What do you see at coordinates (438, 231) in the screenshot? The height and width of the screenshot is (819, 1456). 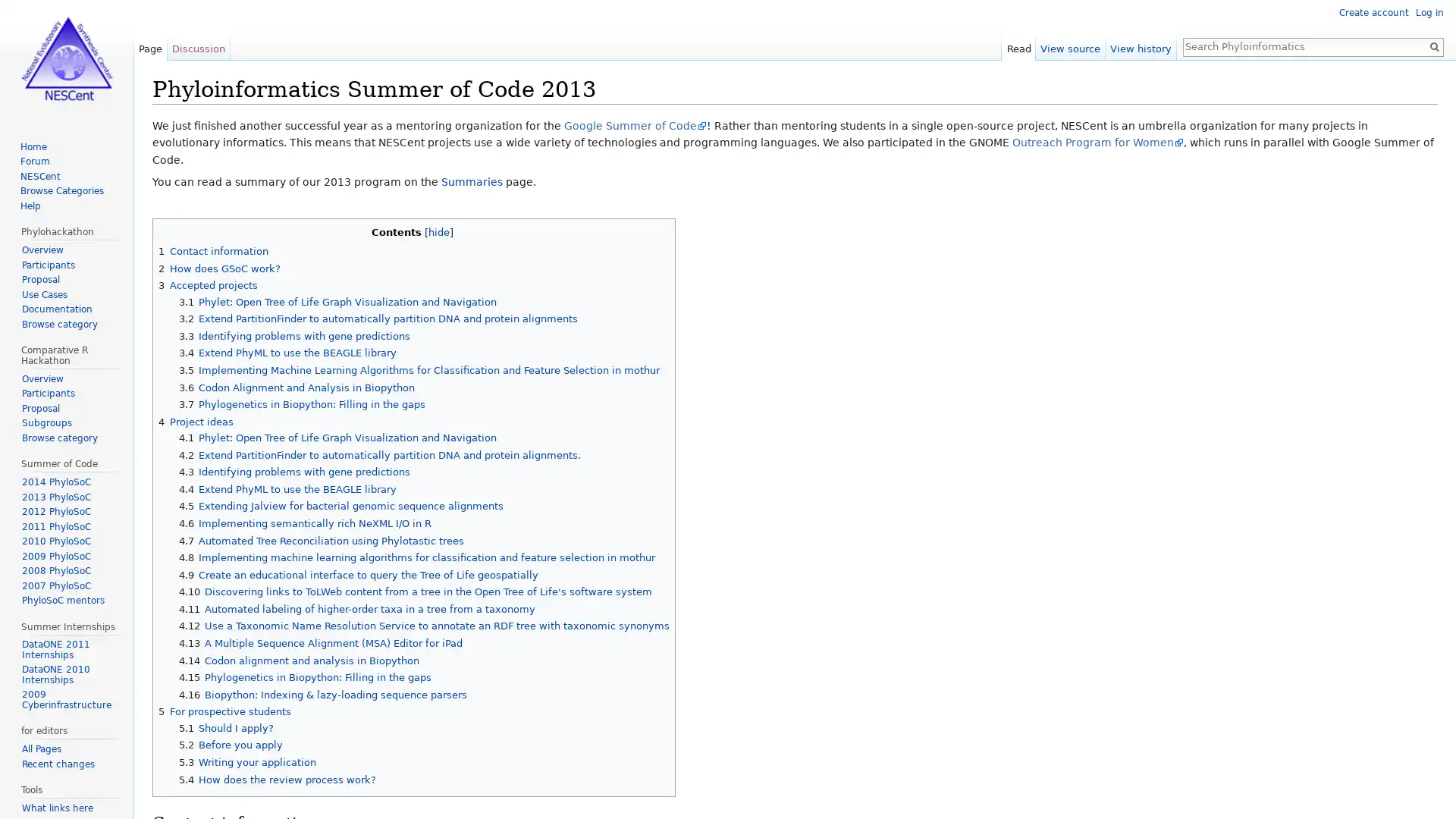 I see `hide` at bounding box center [438, 231].